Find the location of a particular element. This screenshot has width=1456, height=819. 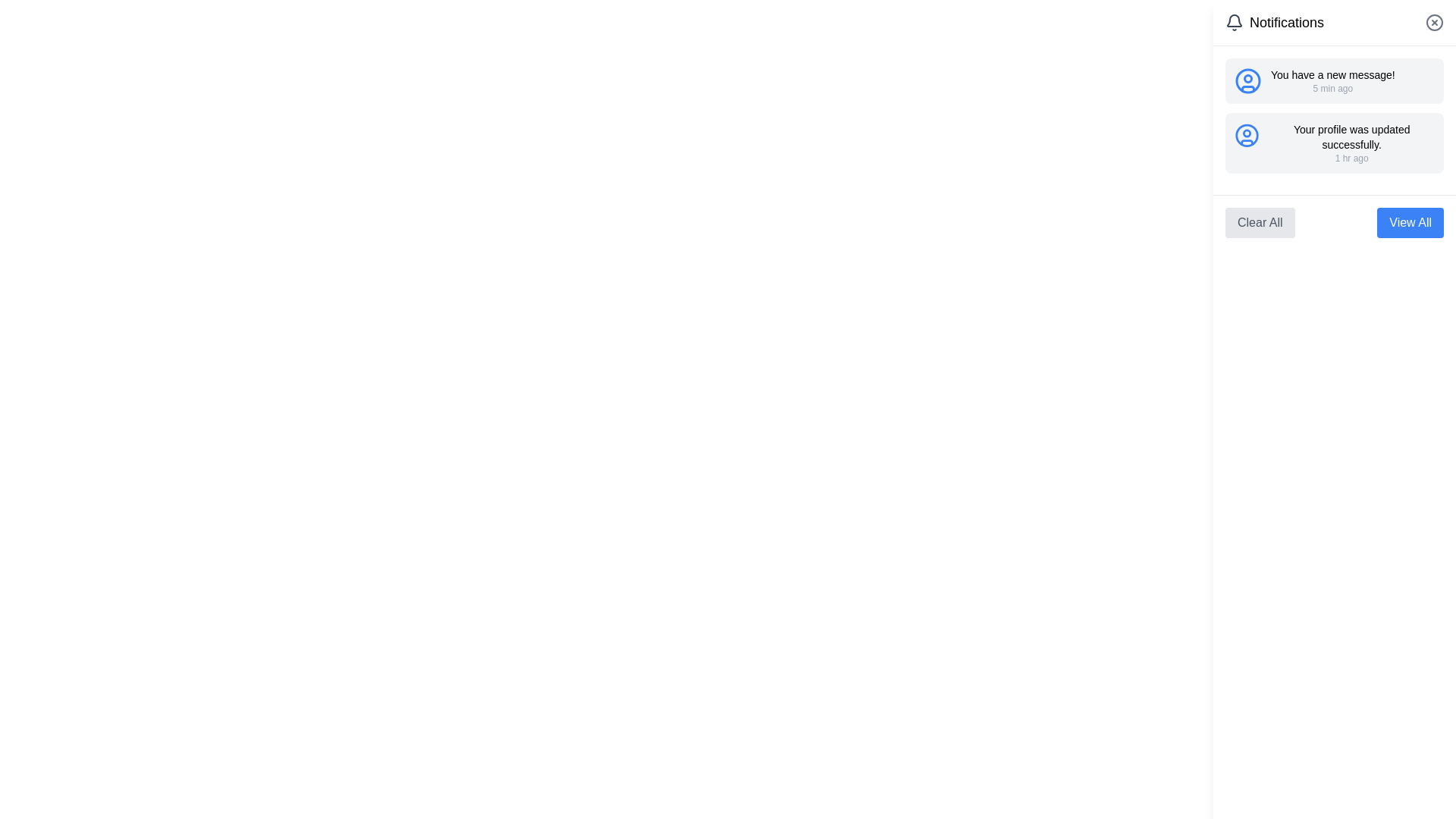

text label that displays 'You have a new message!' located in the first notification card in the top-right corner of the layout, above the timestamp '5 min ago' is located at coordinates (1332, 75).